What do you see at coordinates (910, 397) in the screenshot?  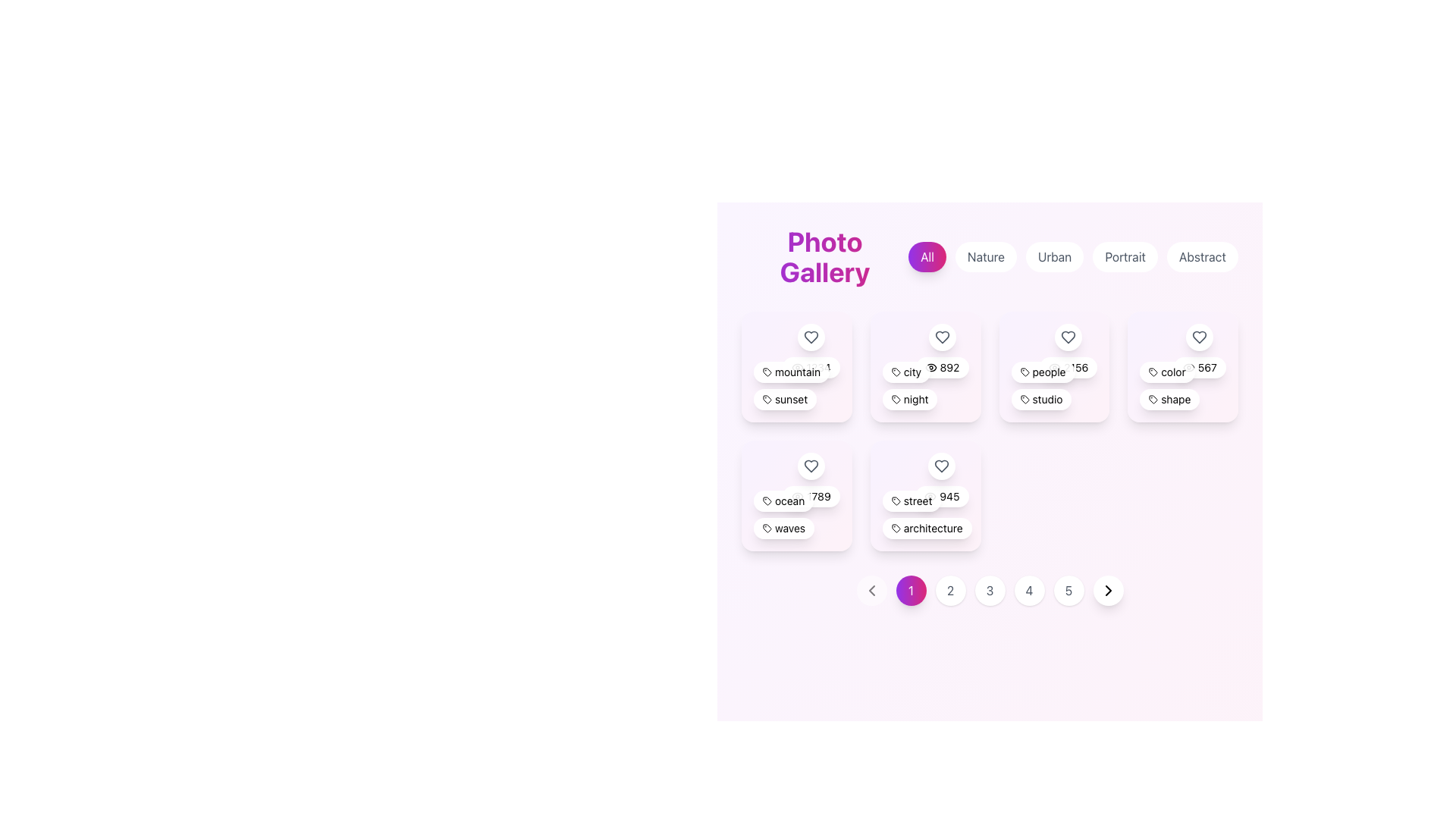 I see `the 'night' label tag, which is located in the second column of the grid layout, beneath the 'city' tag, to filter content in the gallery` at bounding box center [910, 397].